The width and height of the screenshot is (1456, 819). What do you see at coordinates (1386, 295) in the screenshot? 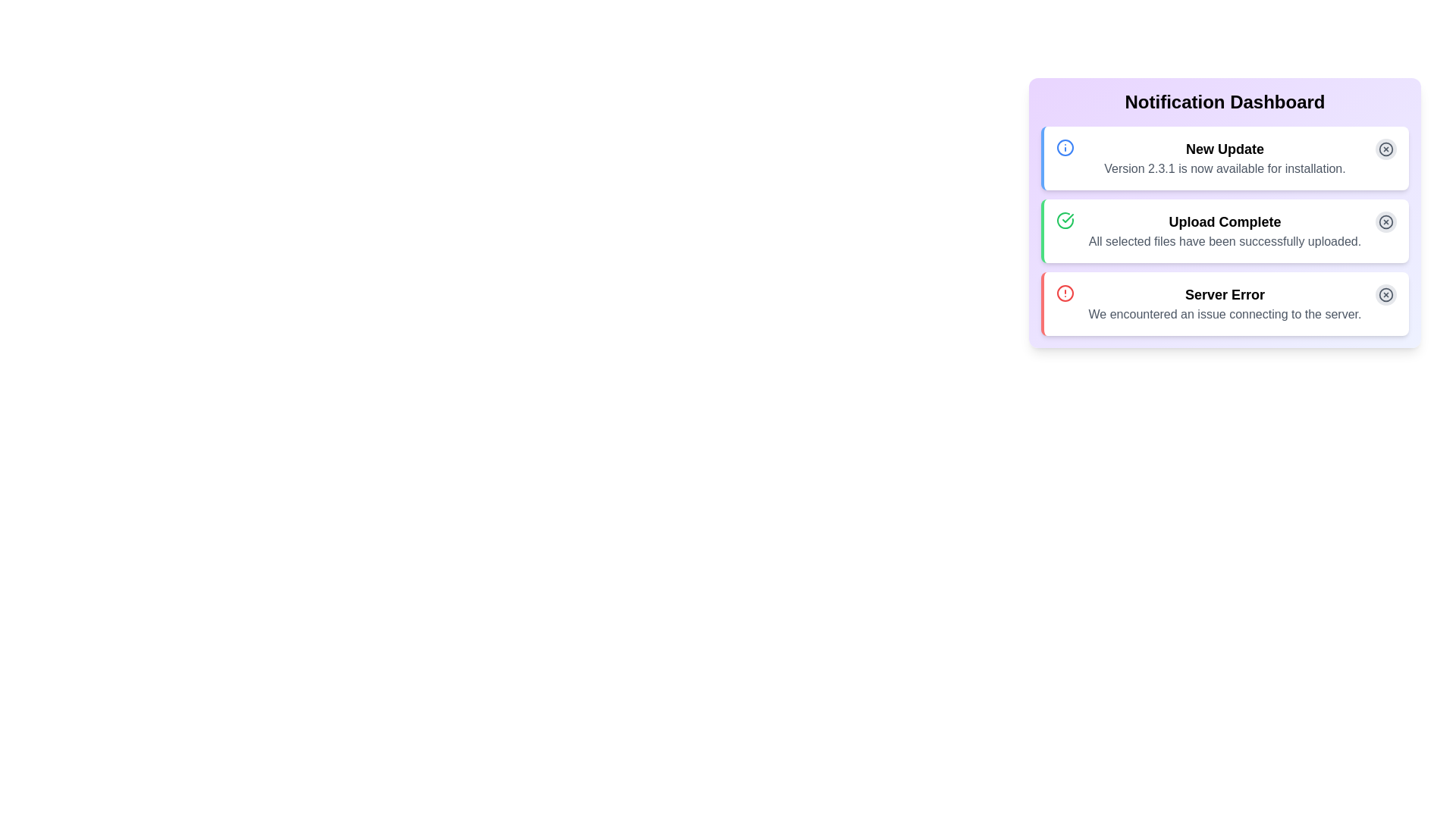
I see `the dismiss button located at the bottom-right of the notification row containing the 'Server Error' message to trigger hover styles` at bounding box center [1386, 295].